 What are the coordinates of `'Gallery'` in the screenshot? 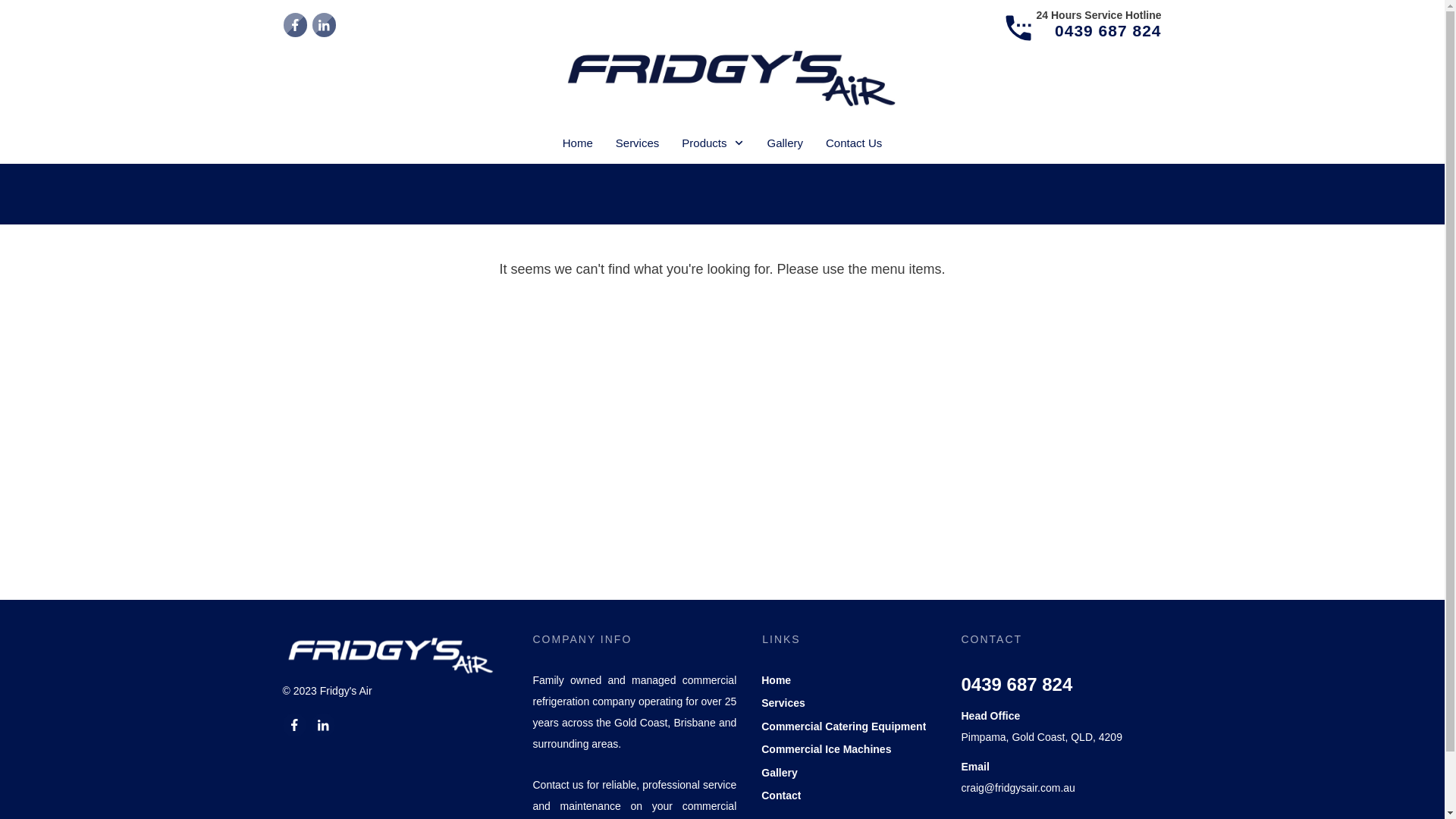 It's located at (779, 772).